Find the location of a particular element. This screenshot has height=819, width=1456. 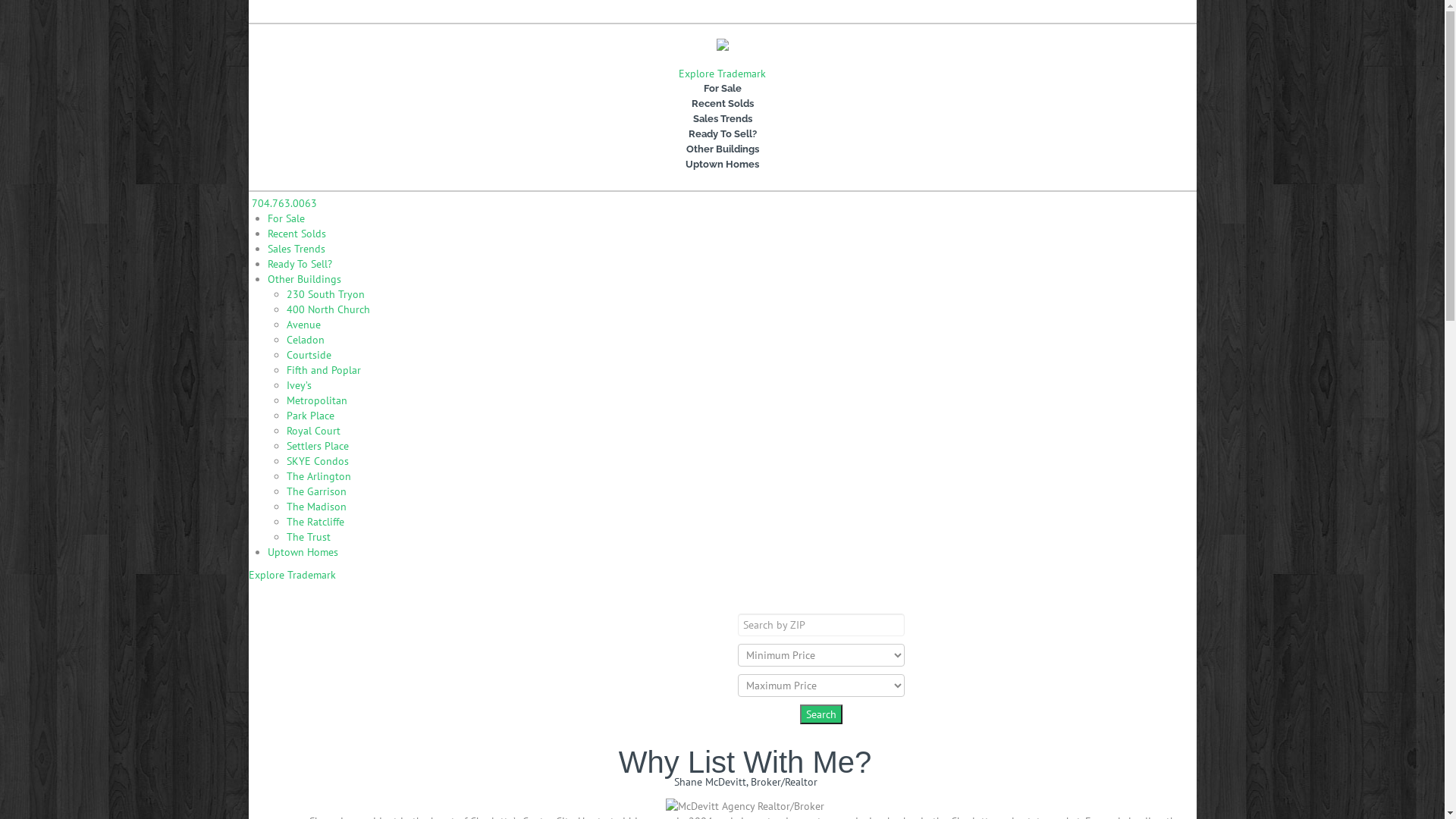

'Other Buildings' is located at coordinates (303, 278).